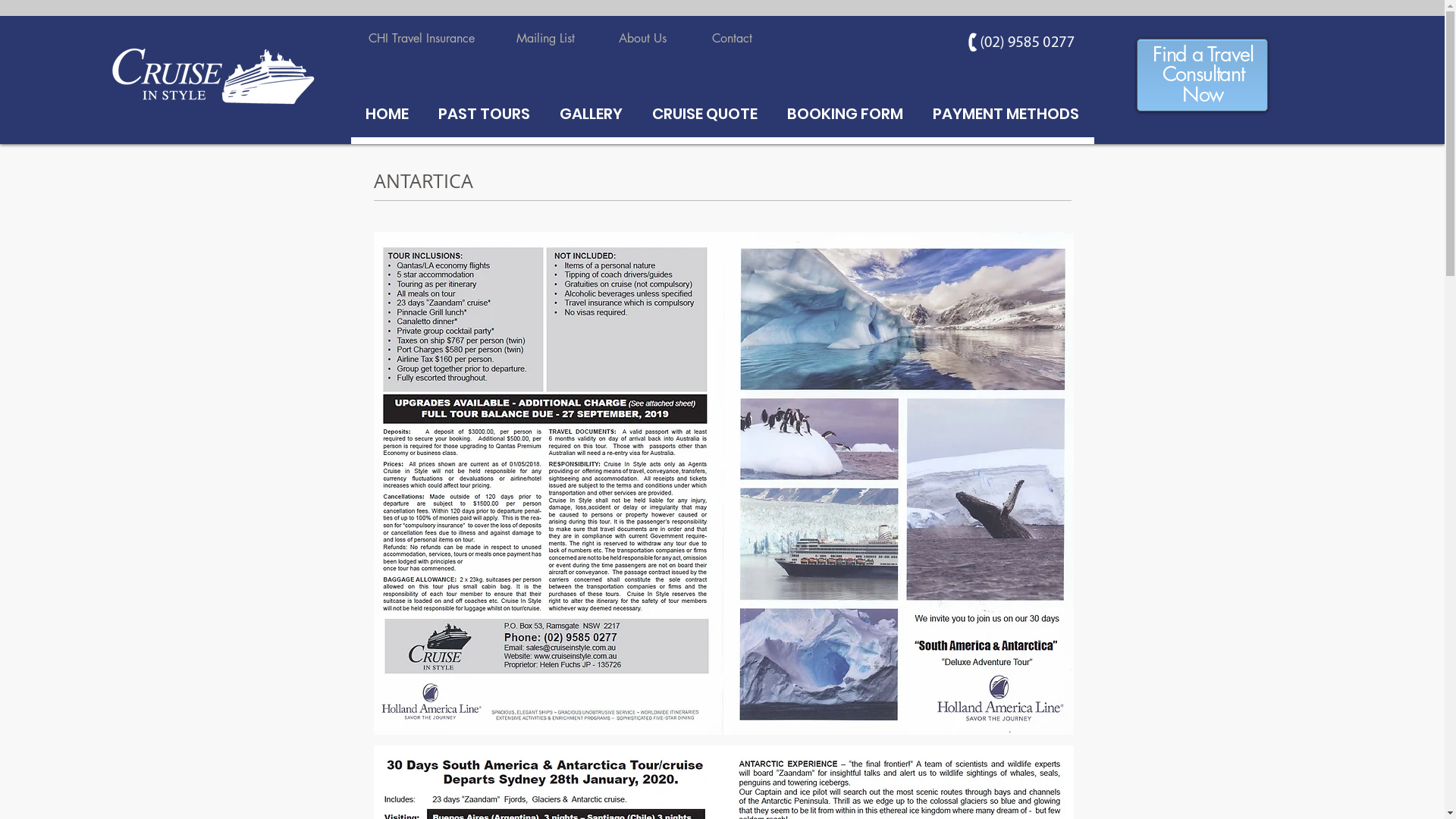 This screenshot has width=1456, height=819. Describe the element at coordinates (422, 38) in the screenshot. I see `'CHI Travel Insurance'` at that location.